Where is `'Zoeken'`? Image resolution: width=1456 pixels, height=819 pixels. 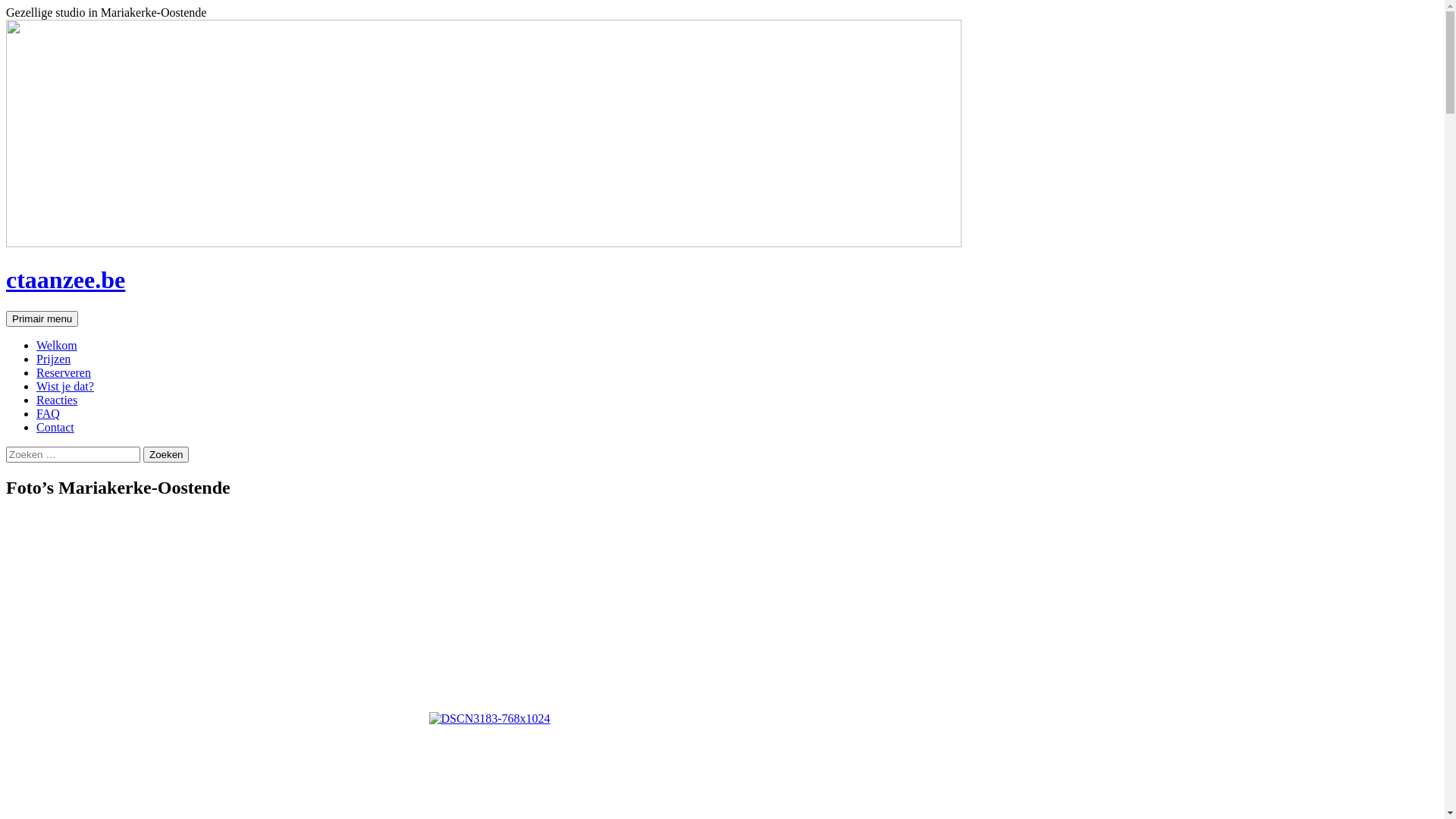 'Zoeken' is located at coordinates (166, 453).